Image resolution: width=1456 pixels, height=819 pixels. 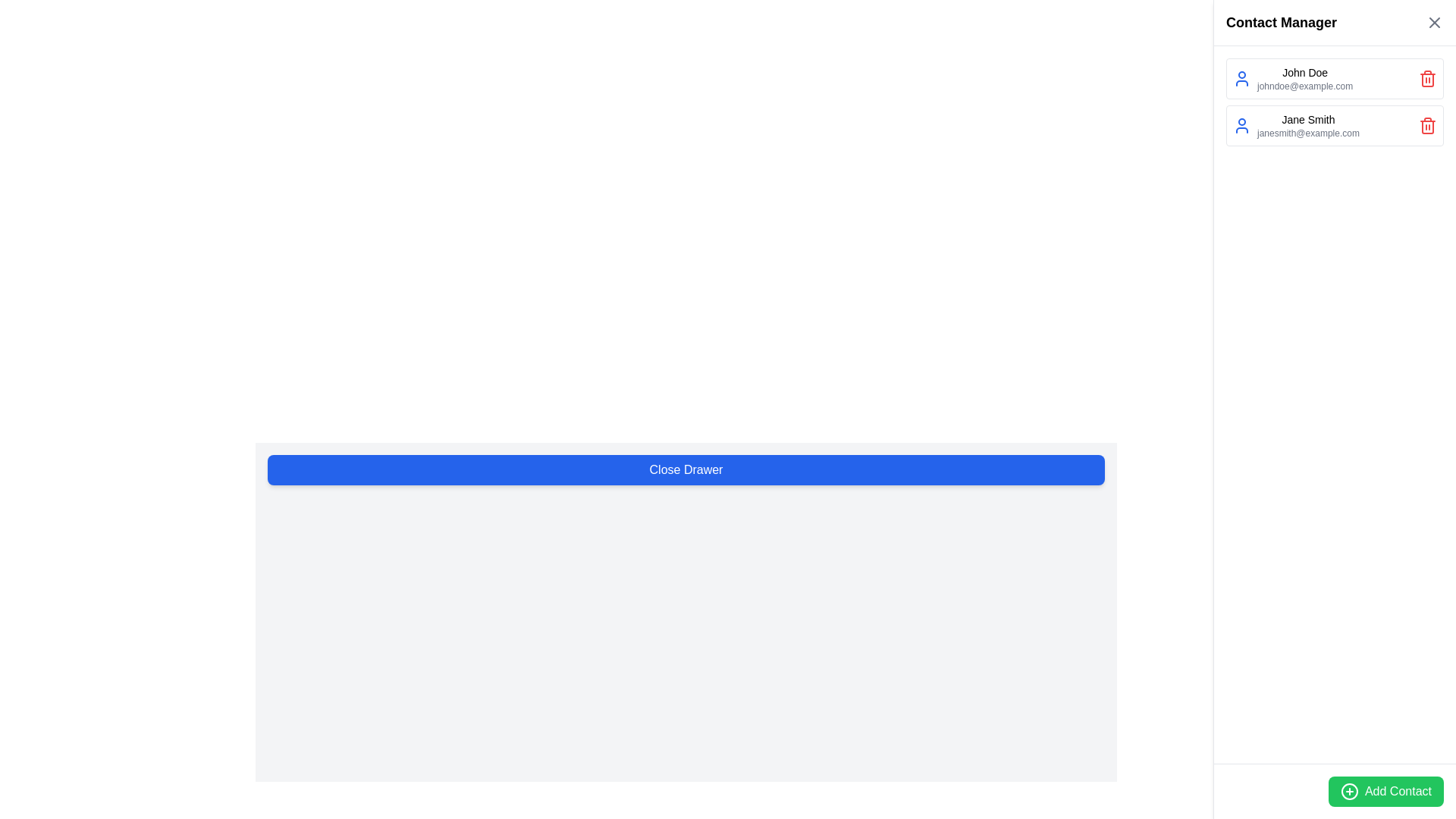 I want to click on the circular SVG element that represents the 'Add Contact' button, which is located at the bottom-right corner of the interface, so click(x=1350, y=791).